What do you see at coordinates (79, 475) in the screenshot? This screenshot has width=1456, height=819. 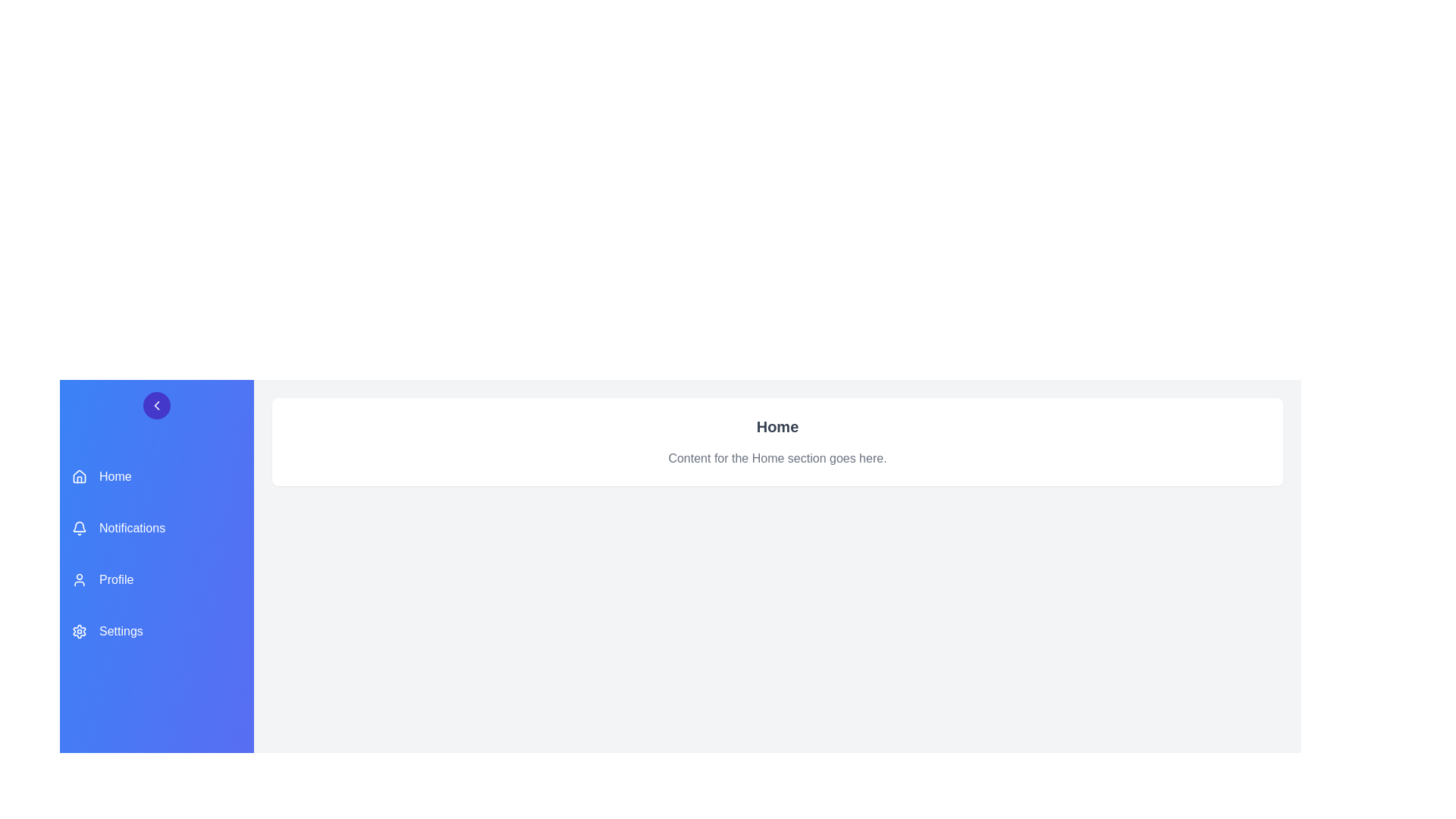 I see `the 'Home' icon located at the top of the sidebar navigation menu` at bounding box center [79, 475].